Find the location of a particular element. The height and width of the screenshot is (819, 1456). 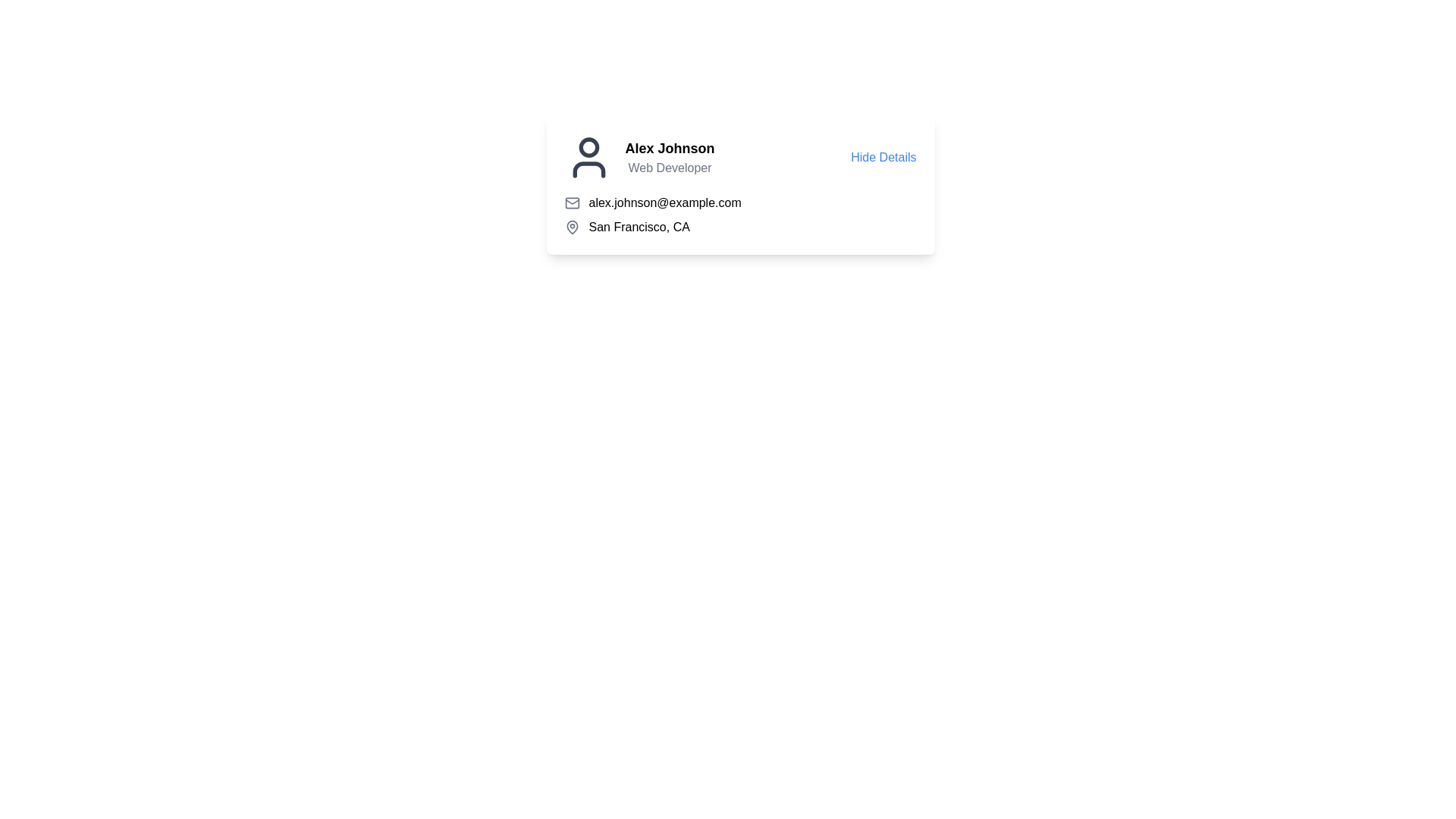

the envelope icon element, which is a rectangular shape with slightly rounded corners, located on the left side of the mail icon near the email address 'alex.johnson@example.com' is located at coordinates (571, 202).